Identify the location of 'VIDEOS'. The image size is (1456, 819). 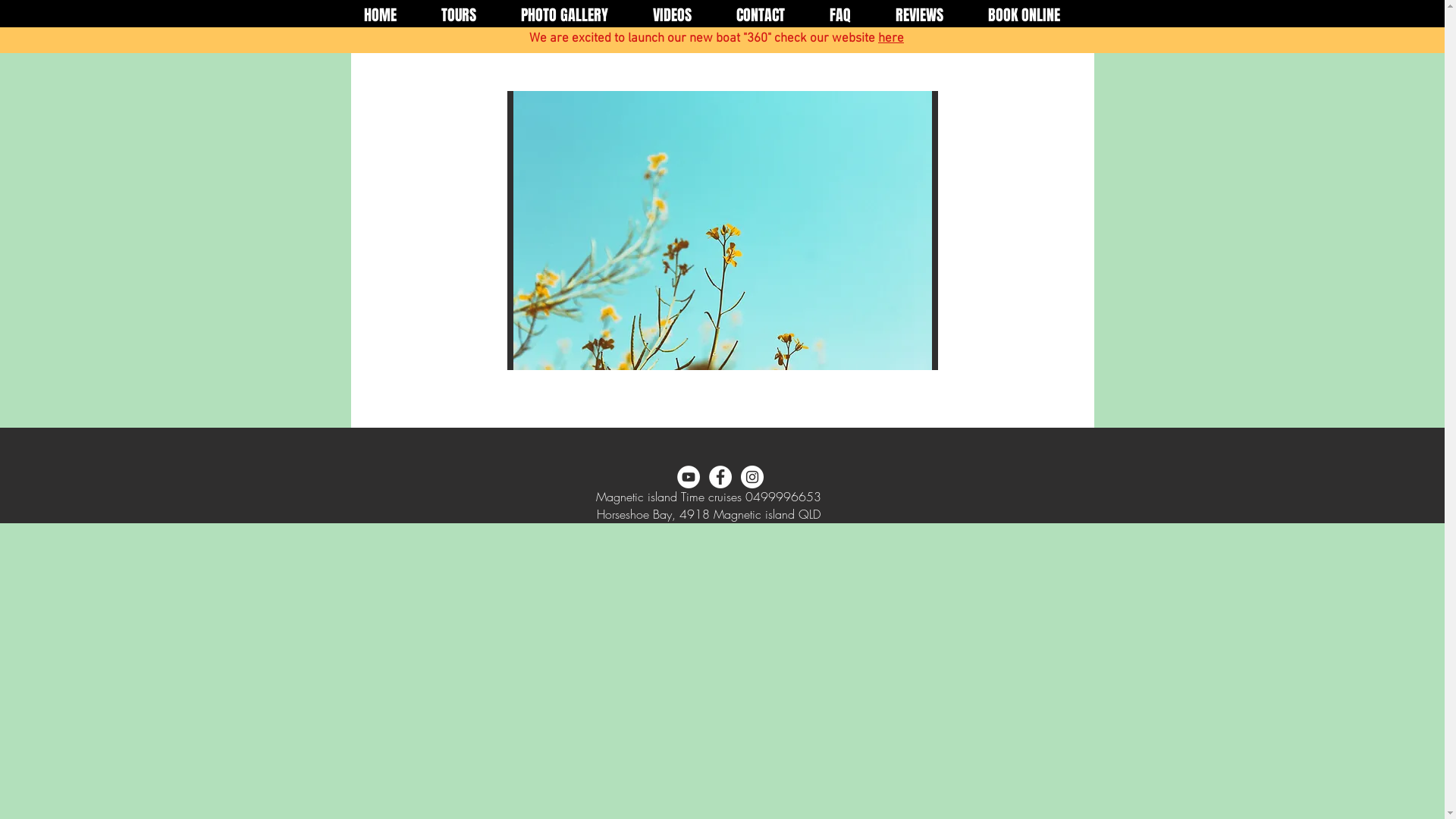
(630, 15).